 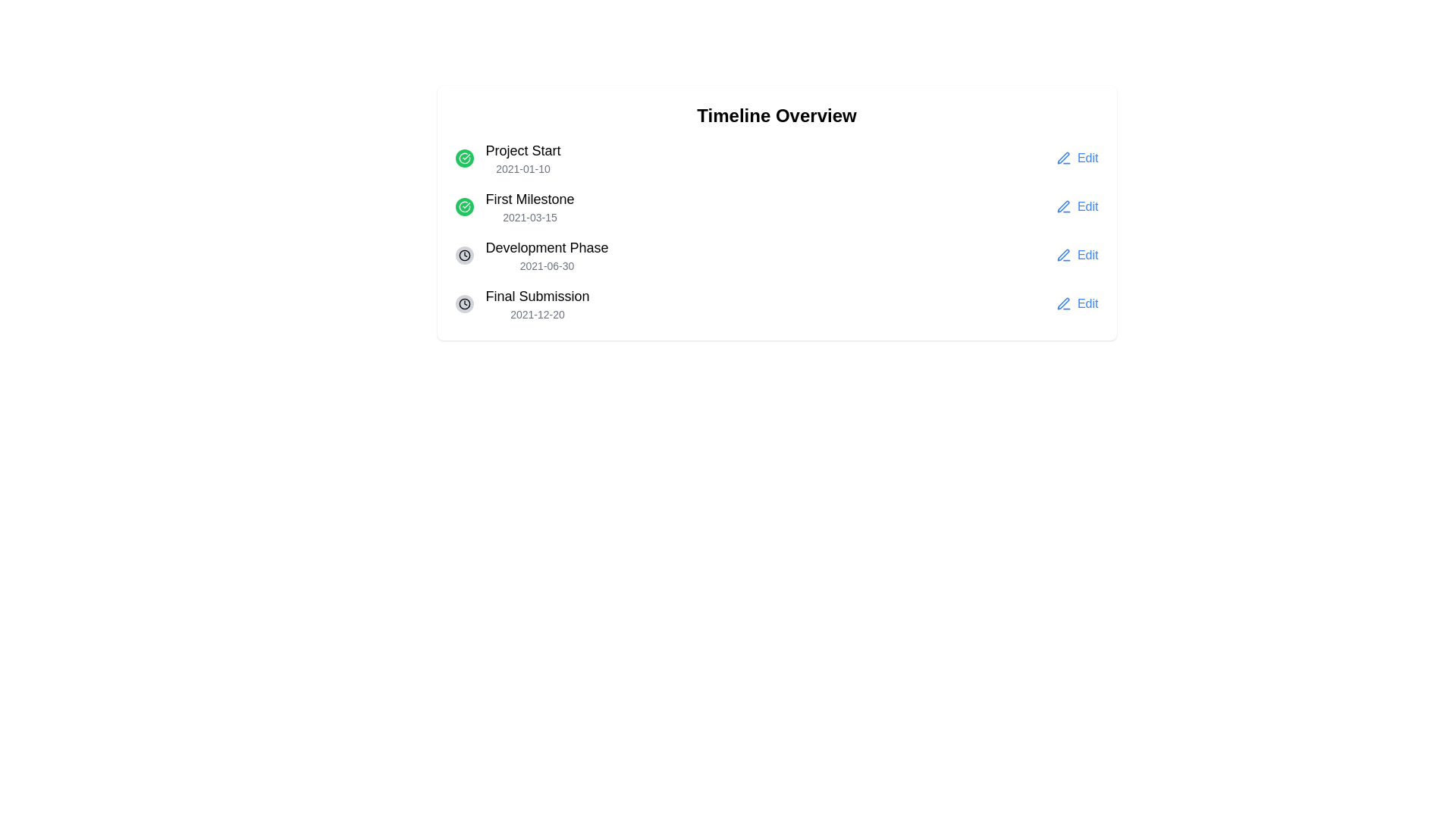 I want to click on displayed text of the second milestone entry in the vertical timeline list under 'Timeline Overview', which shows information about a specific timeline milestone including its title and associated date, so click(x=530, y=207).